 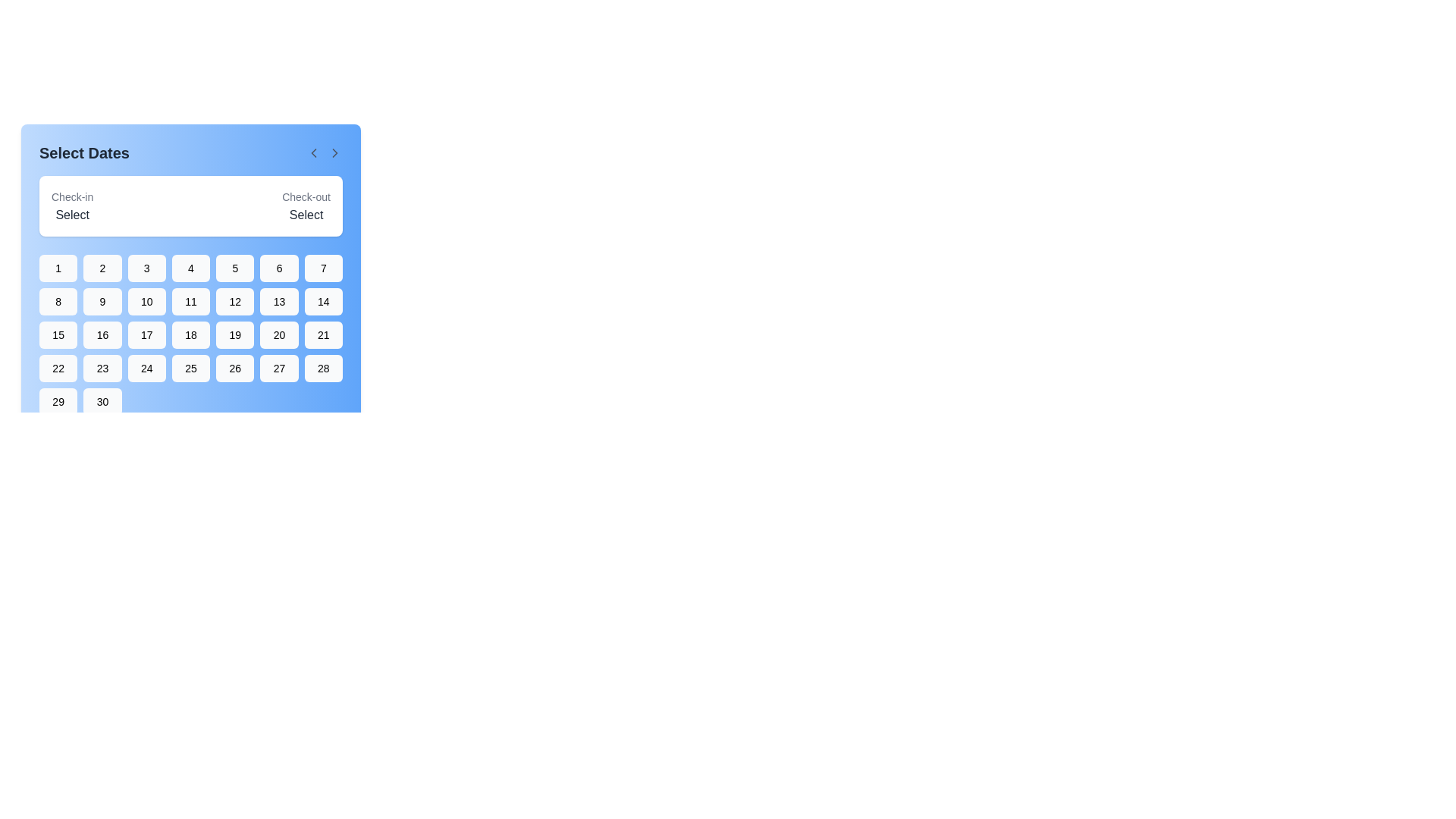 What do you see at coordinates (190, 334) in the screenshot?
I see `the number button in the grid of buttons` at bounding box center [190, 334].